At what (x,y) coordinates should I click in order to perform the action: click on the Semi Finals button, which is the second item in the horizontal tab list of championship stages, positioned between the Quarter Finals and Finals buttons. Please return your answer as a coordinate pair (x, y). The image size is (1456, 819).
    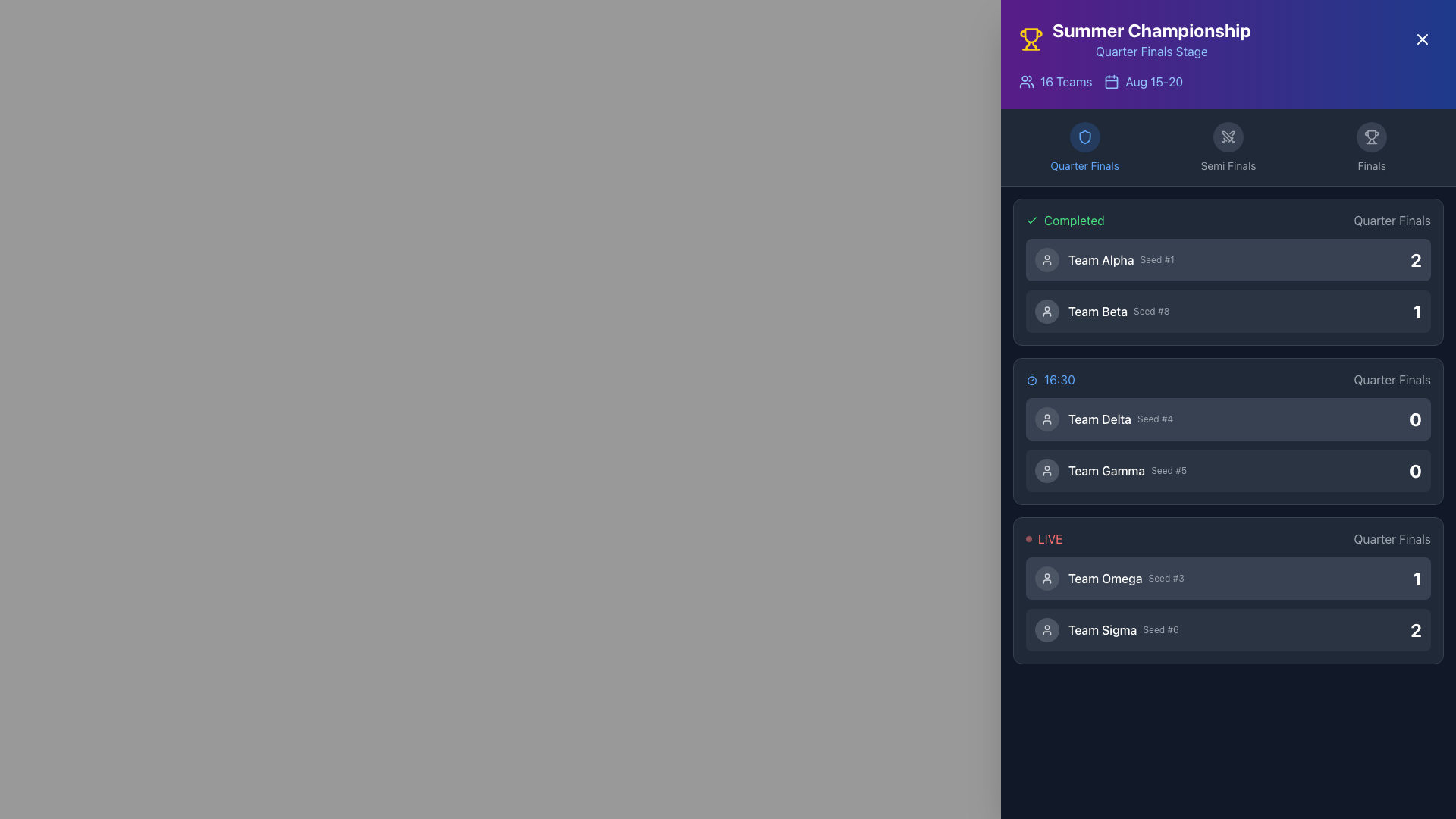
    Looking at the image, I should click on (1228, 148).